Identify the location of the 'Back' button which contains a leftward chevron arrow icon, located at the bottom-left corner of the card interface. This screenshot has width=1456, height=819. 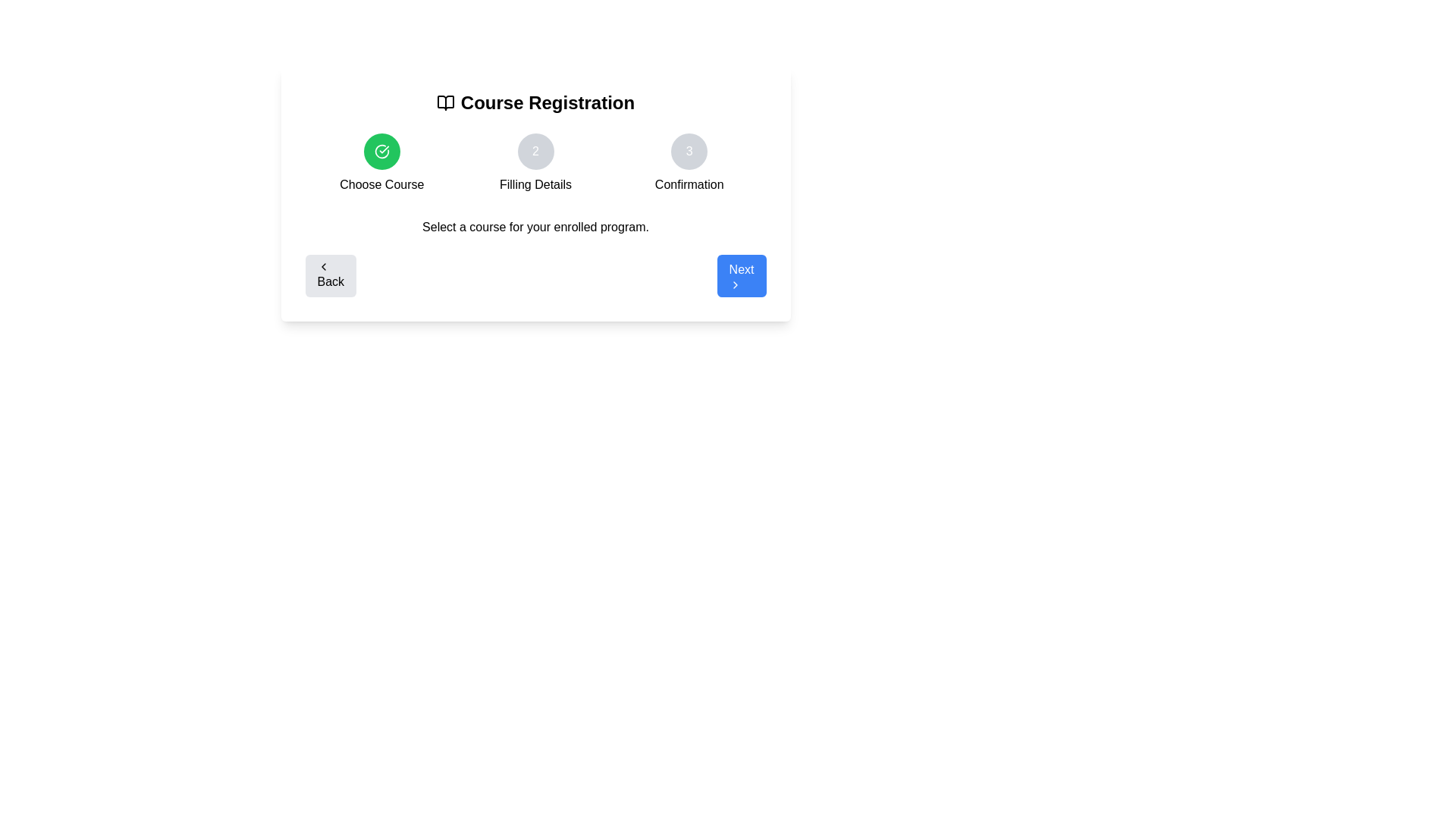
(322, 265).